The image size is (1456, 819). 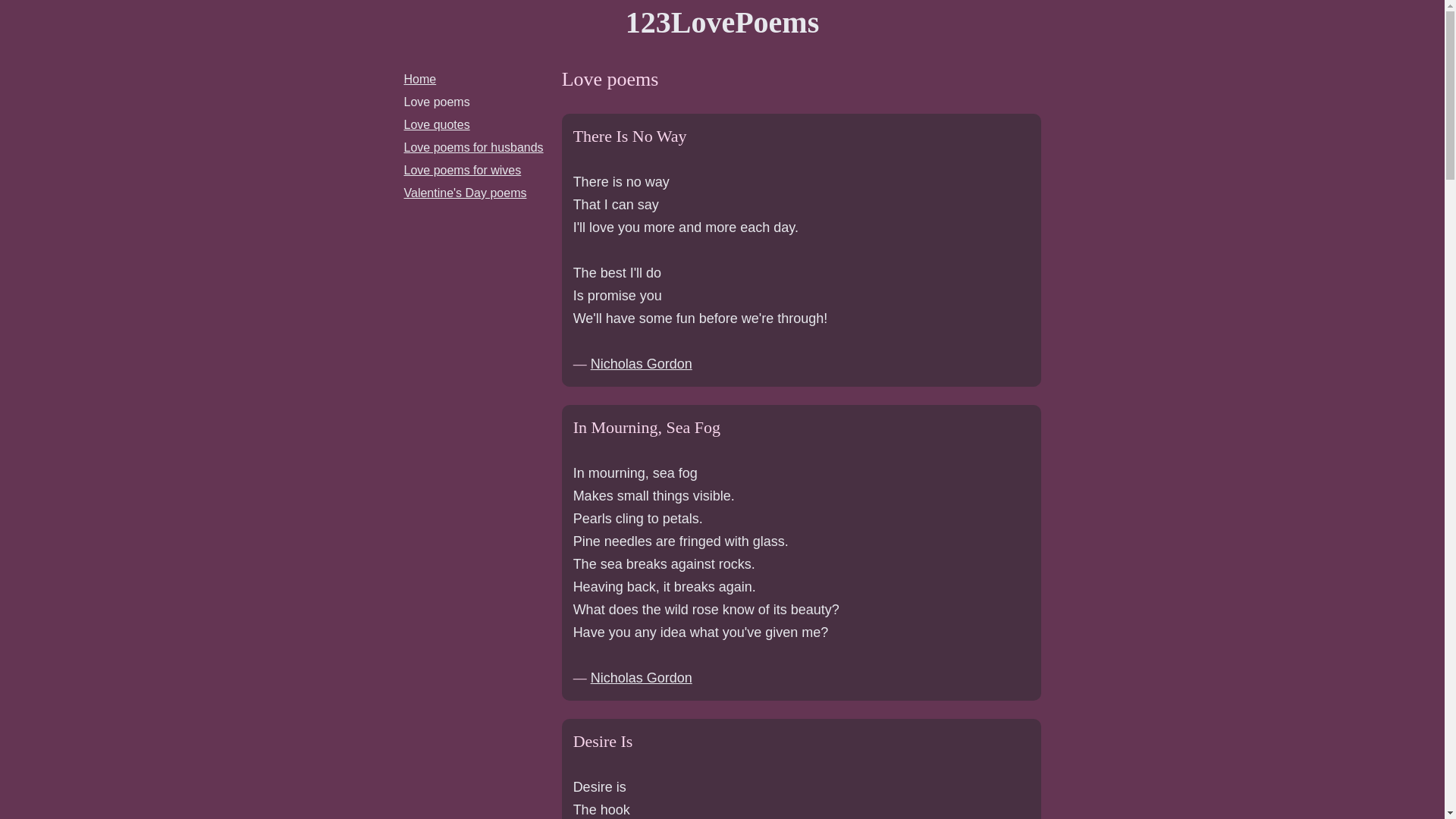 What do you see at coordinates (403, 102) in the screenshot?
I see `'Love poems'` at bounding box center [403, 102].